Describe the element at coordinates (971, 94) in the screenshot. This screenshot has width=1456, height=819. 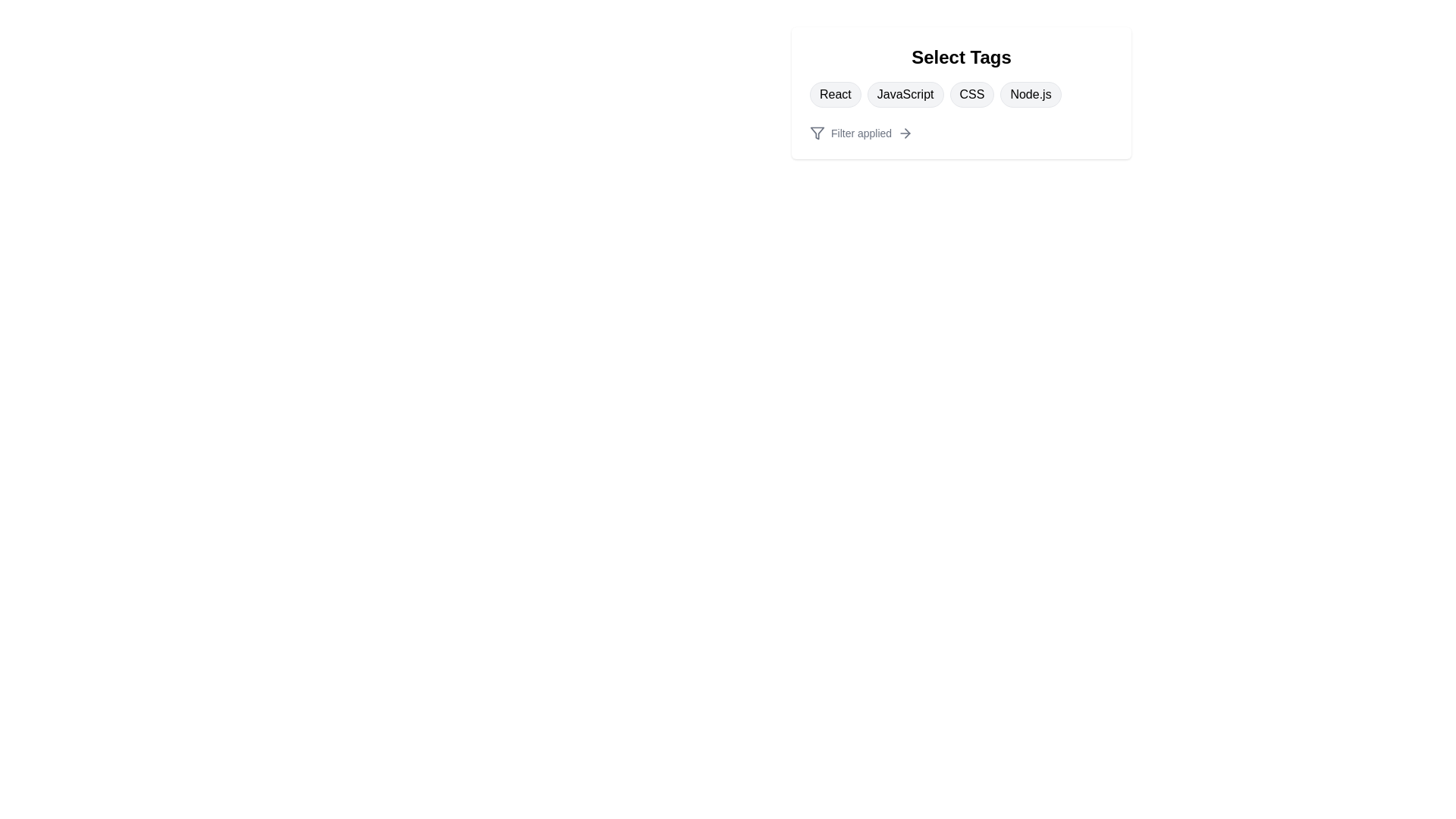
I see `the Pill-shaped interactive tag button for the category 'CSS'` at that location.